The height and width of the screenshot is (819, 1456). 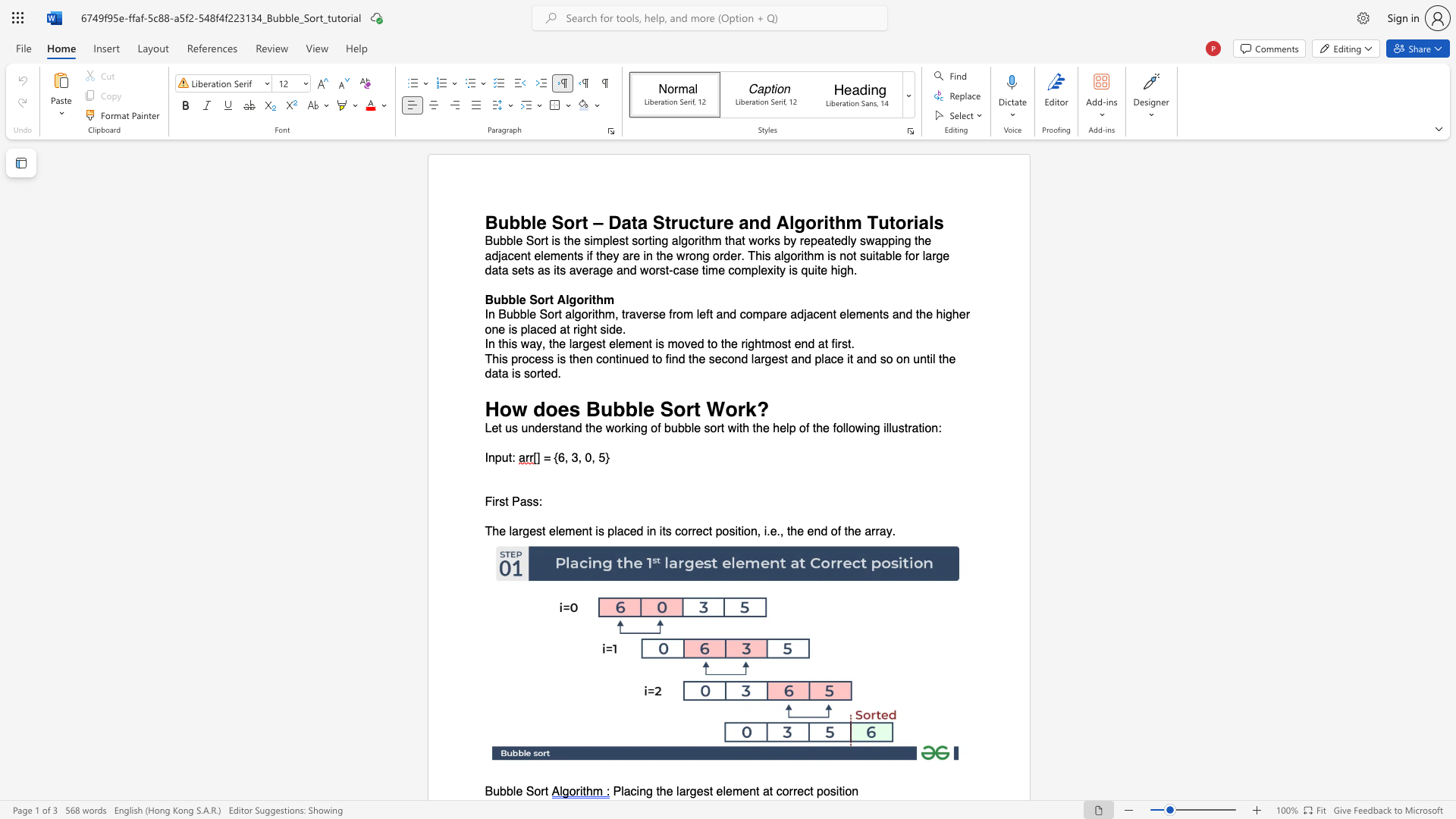 What do you see at coordinates (488, 502) in the screenshot?
I see `the 1th character "F" in the text` at bounding box center [488, 502].